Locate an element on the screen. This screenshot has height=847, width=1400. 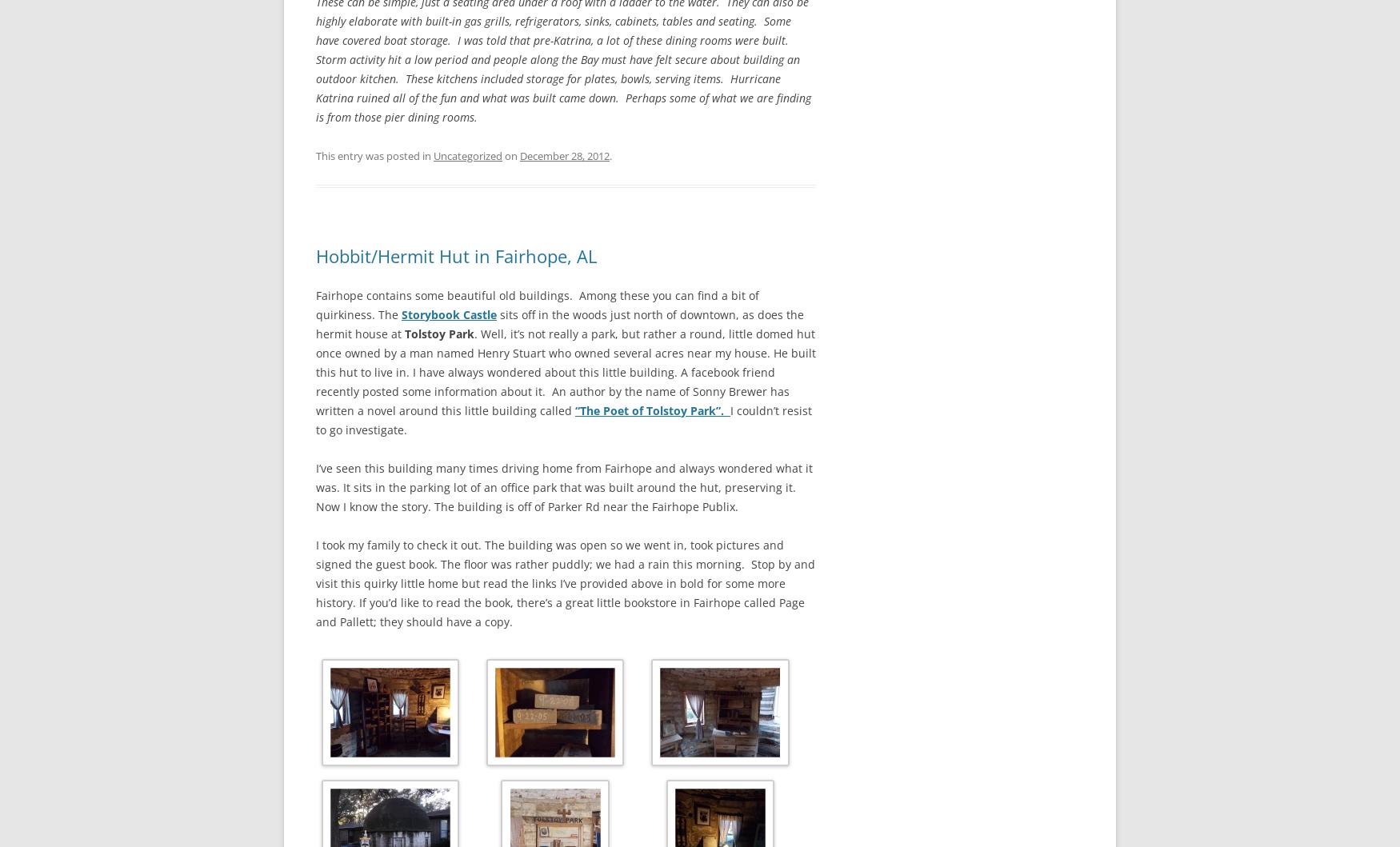
'on' is located at coordinates (510, 154).